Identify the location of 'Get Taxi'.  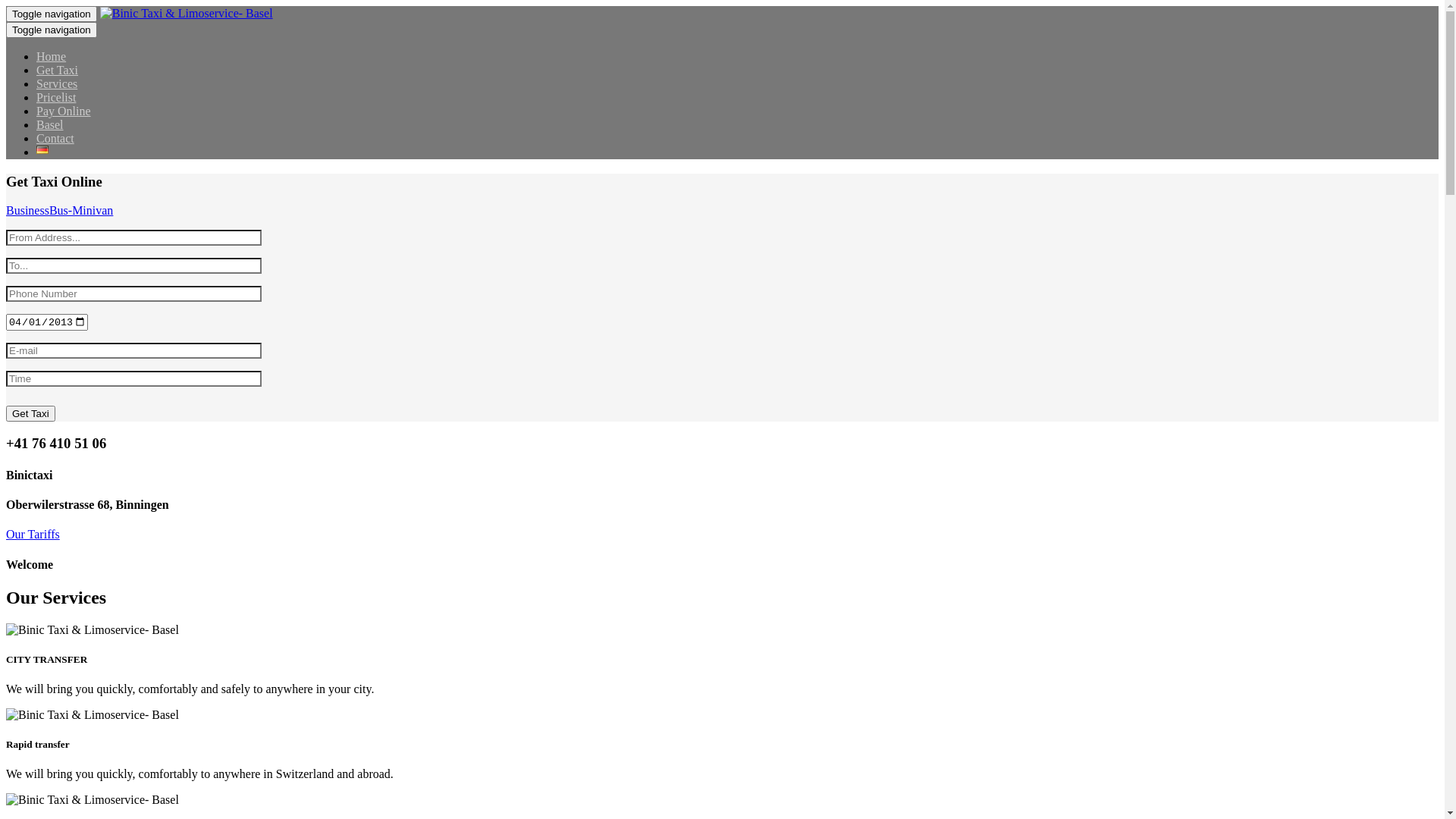
(6, 413).